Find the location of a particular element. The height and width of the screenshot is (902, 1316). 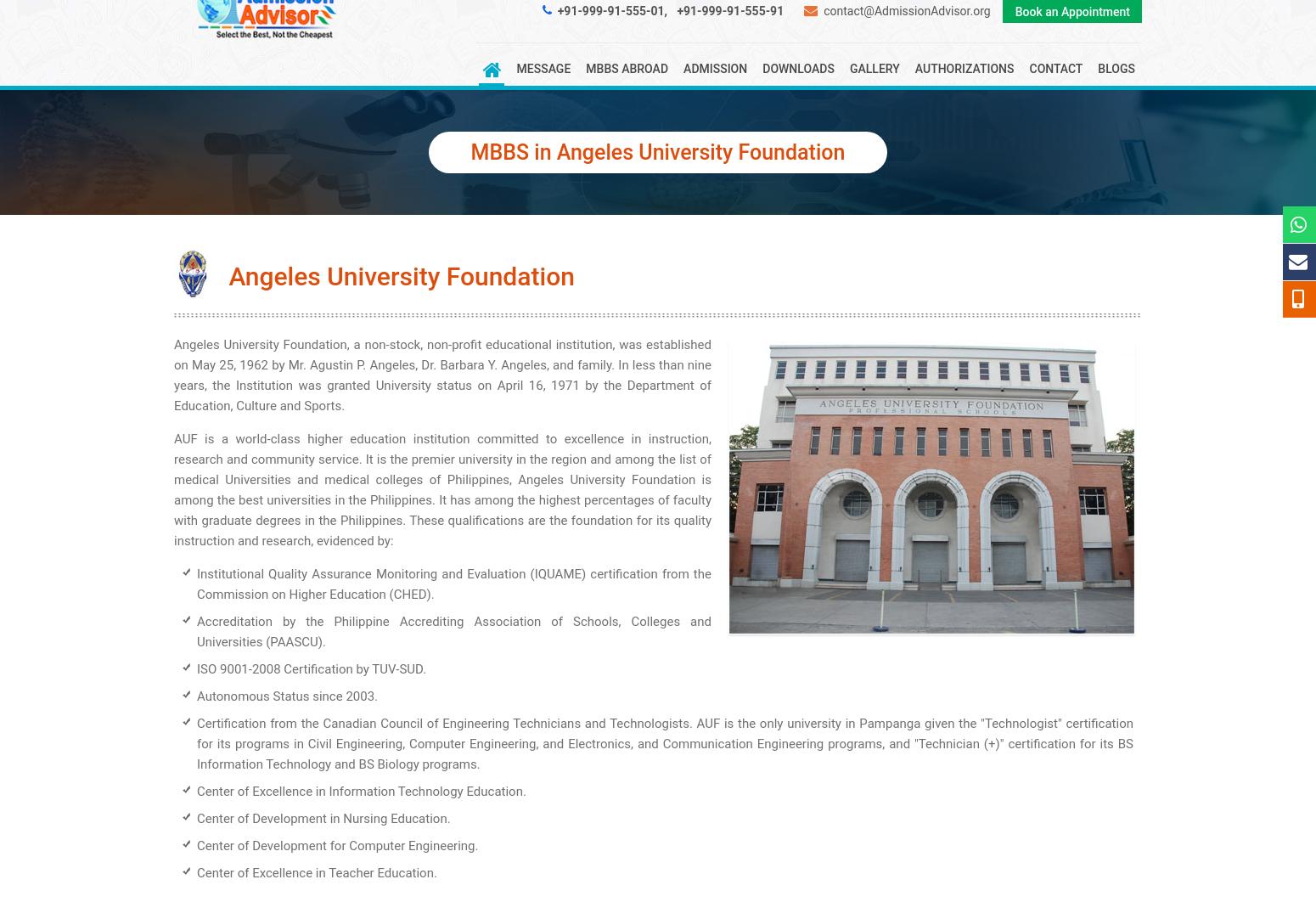

'ISO 9001-2008 Certification by TUV-SUD.' is located at coordinates (311, 669).